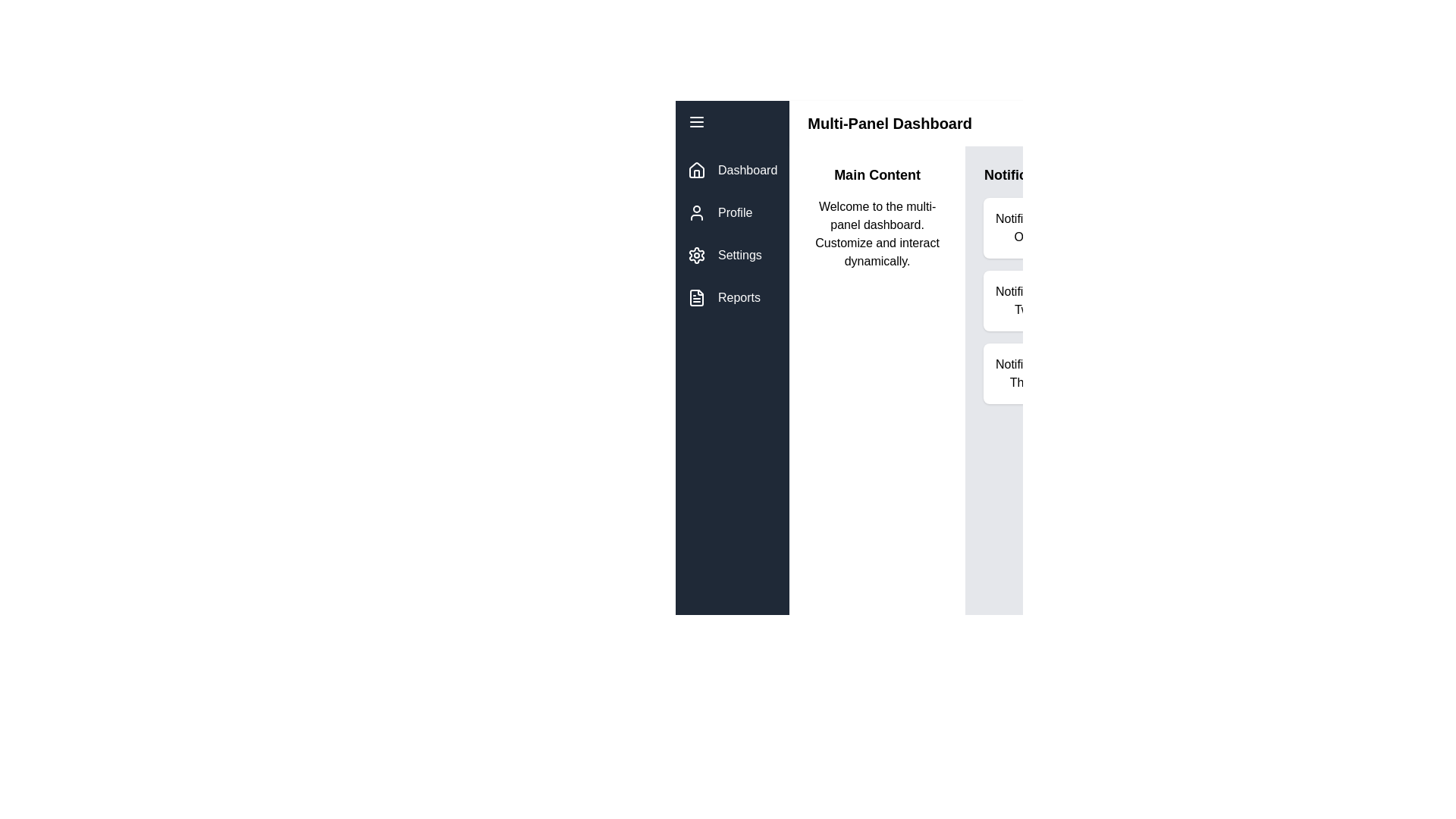 This screenshot has width=1456, height=819. What do you see at coordinates (695, 169) in the screenshot?
I see `the house icon located at the top of the sidebar next to the 'Dashboard' text` at bounding box center [695, 169].